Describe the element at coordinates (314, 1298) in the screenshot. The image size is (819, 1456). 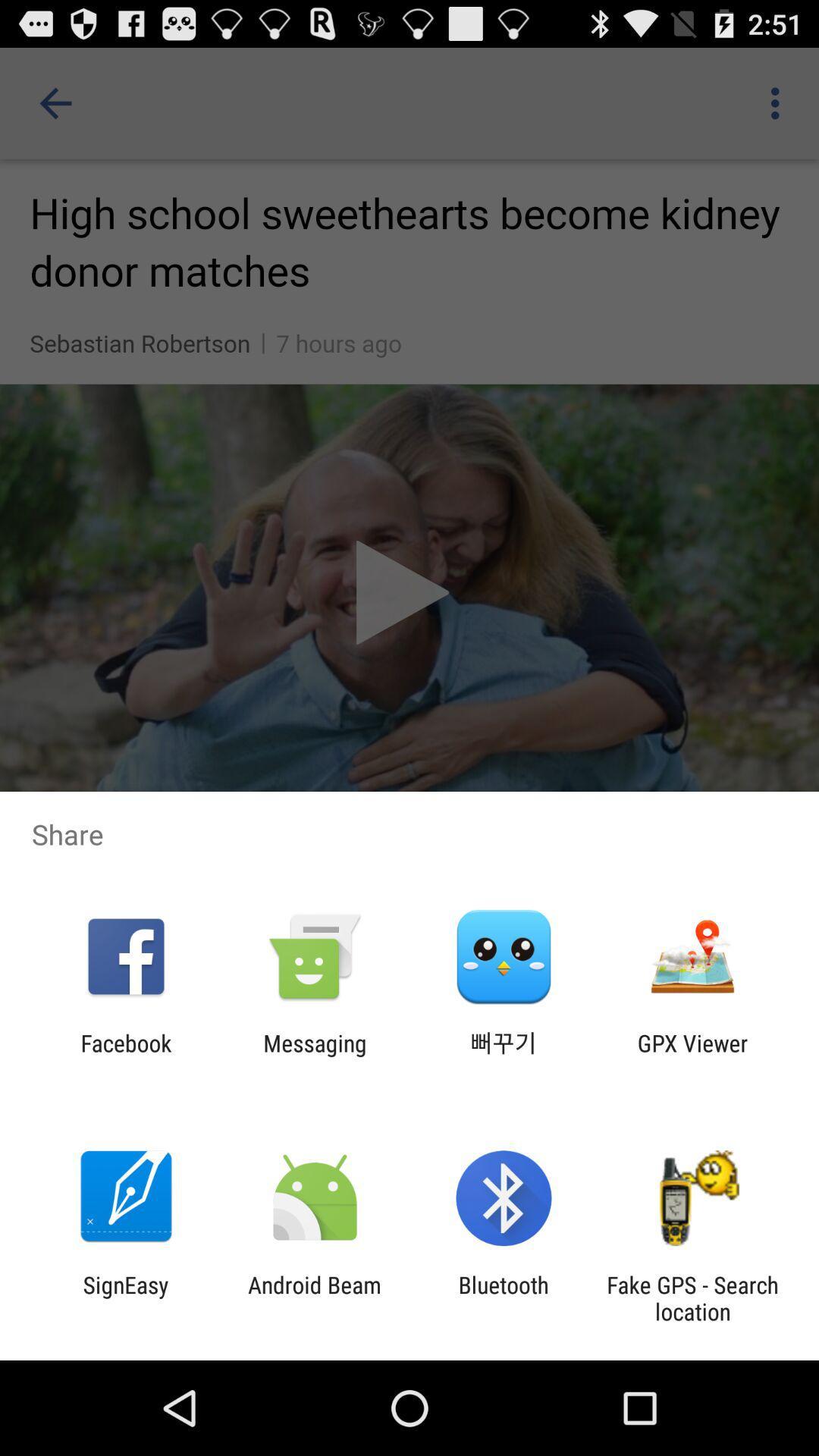
I see `item to the left of the bluetooth icon` at that location.